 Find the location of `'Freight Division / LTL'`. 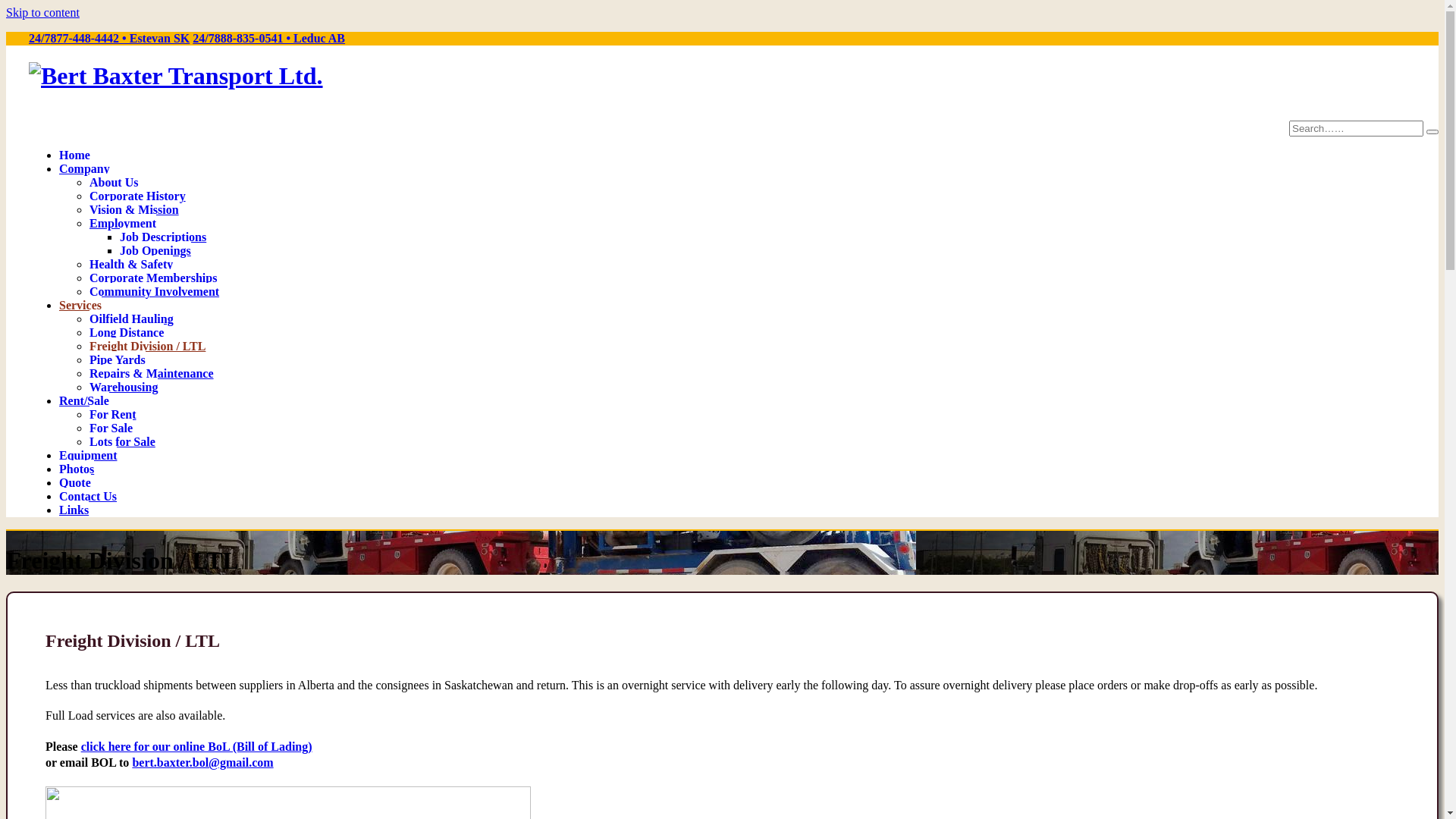

'Freight Division / LTL' is located at coordinates (89, 345).